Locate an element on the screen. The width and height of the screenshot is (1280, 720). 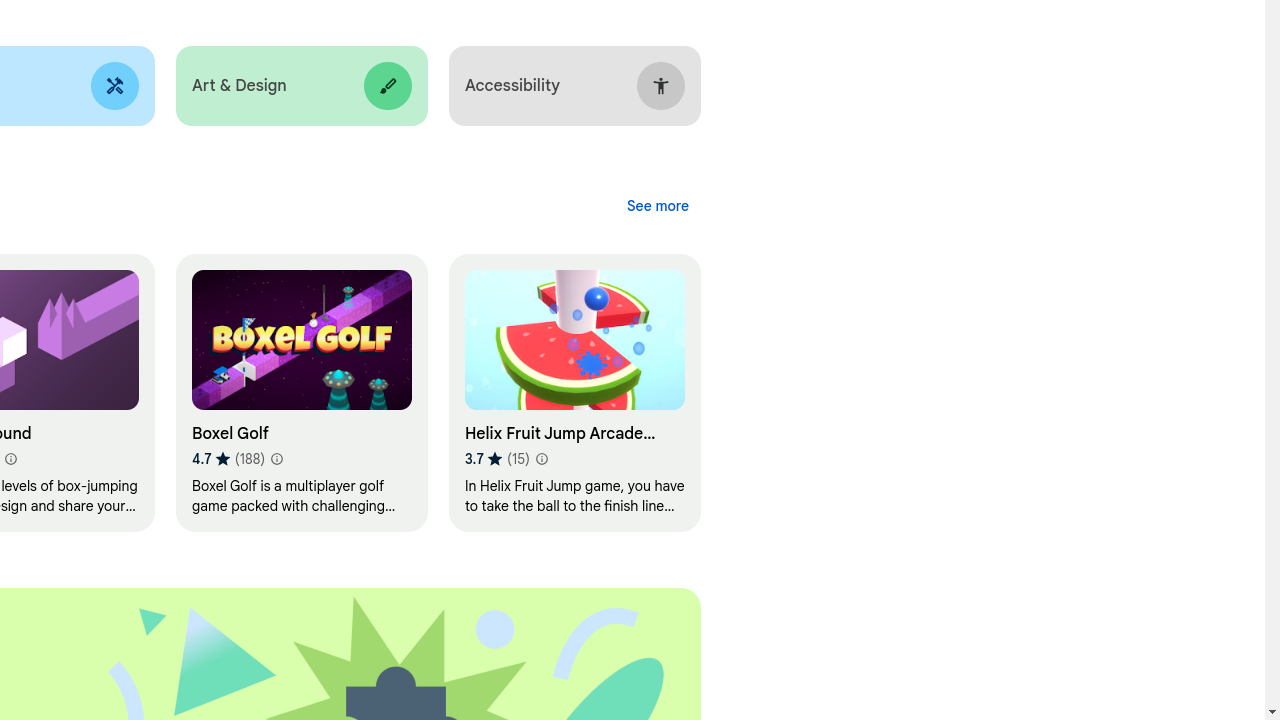
'Helix Fruit Jump Arcade Game' is located at coordinates (573, 393).